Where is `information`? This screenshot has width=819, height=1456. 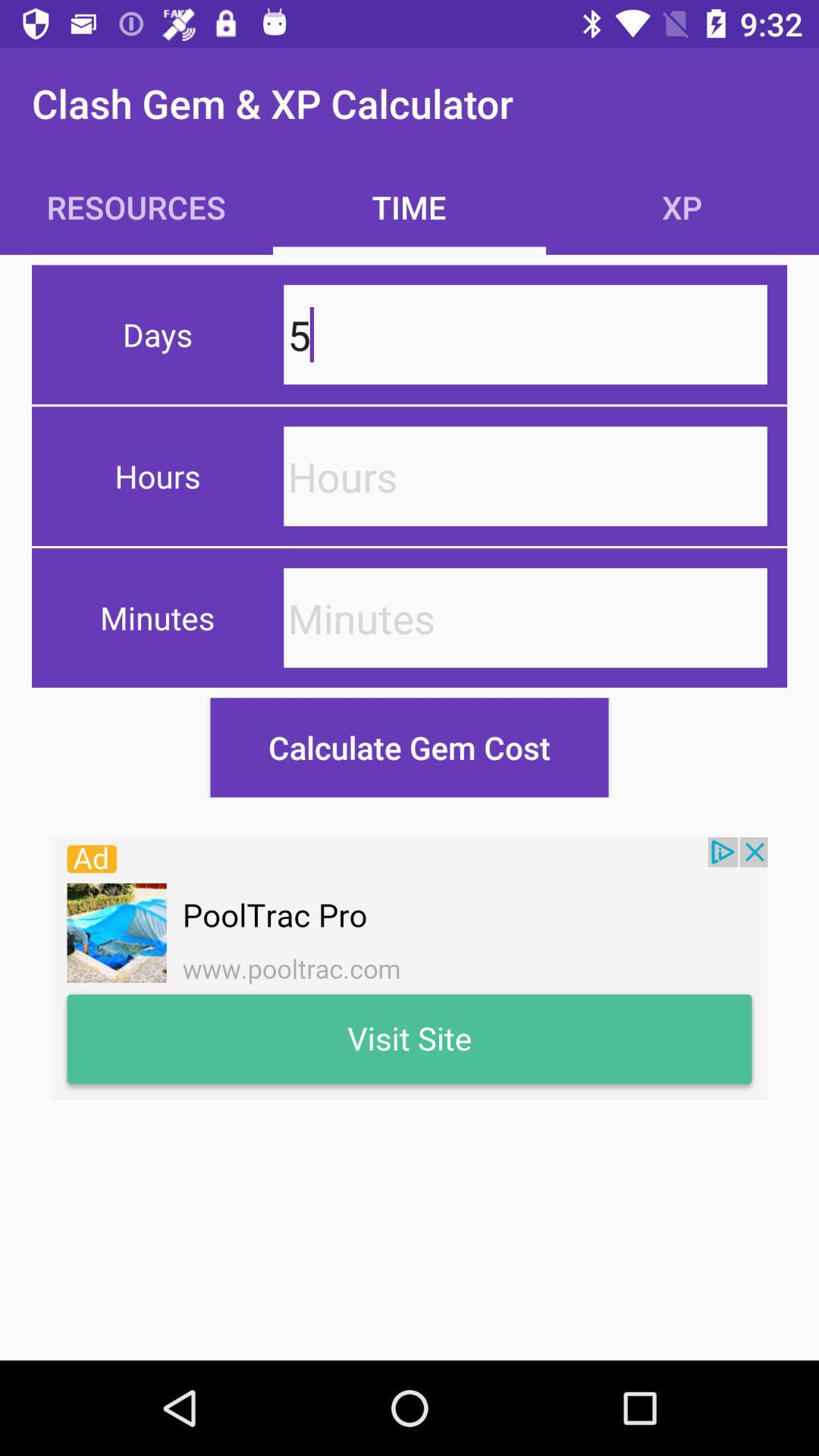 information is located at coordinates (525, 475).